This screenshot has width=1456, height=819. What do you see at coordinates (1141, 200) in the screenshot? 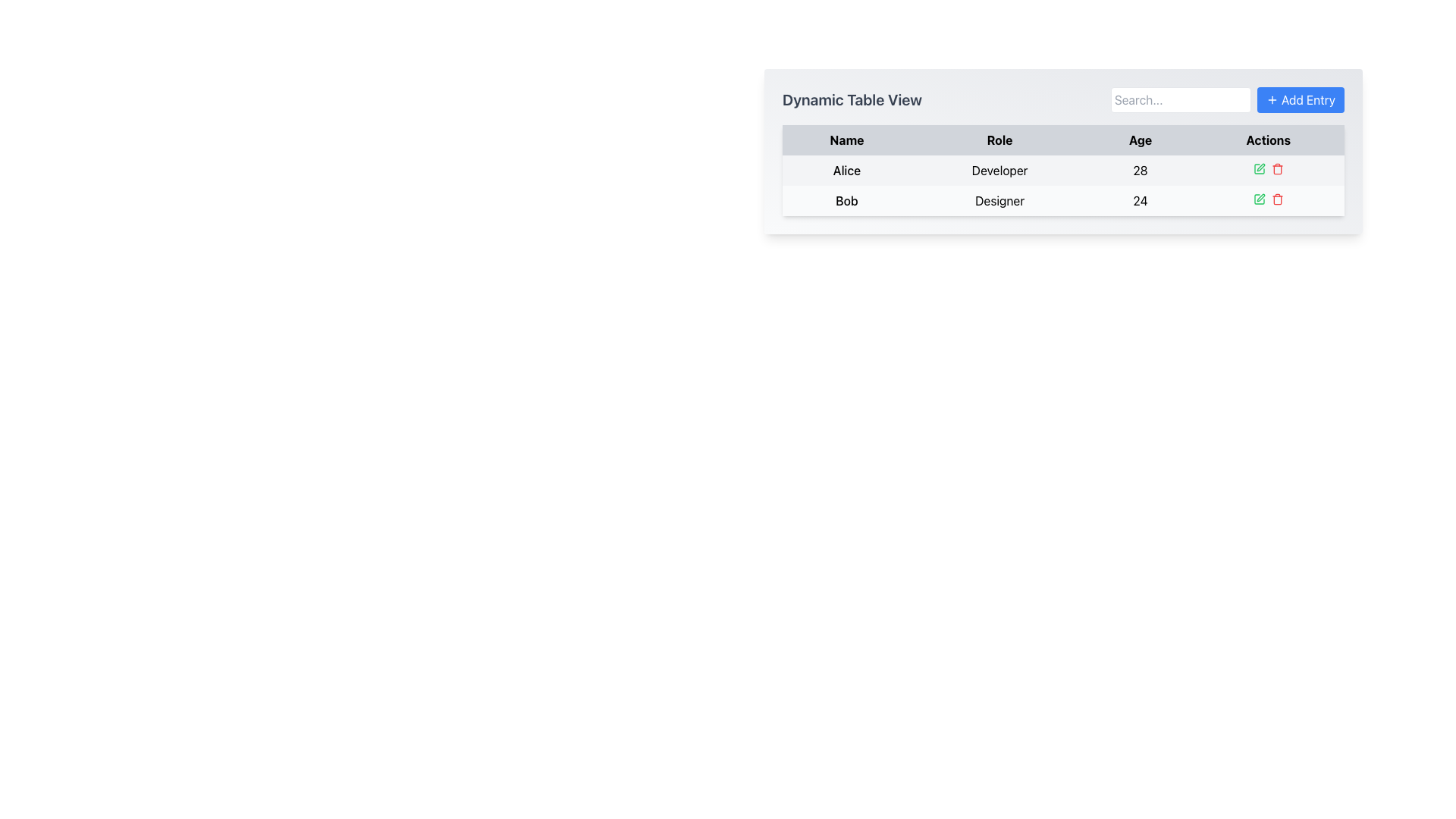
I see `the text displaying the number '24' in the second row of the table under the 'Age' column, which corresponds to the entry labeled 'Bob'` at bounding box center [1141, 200].